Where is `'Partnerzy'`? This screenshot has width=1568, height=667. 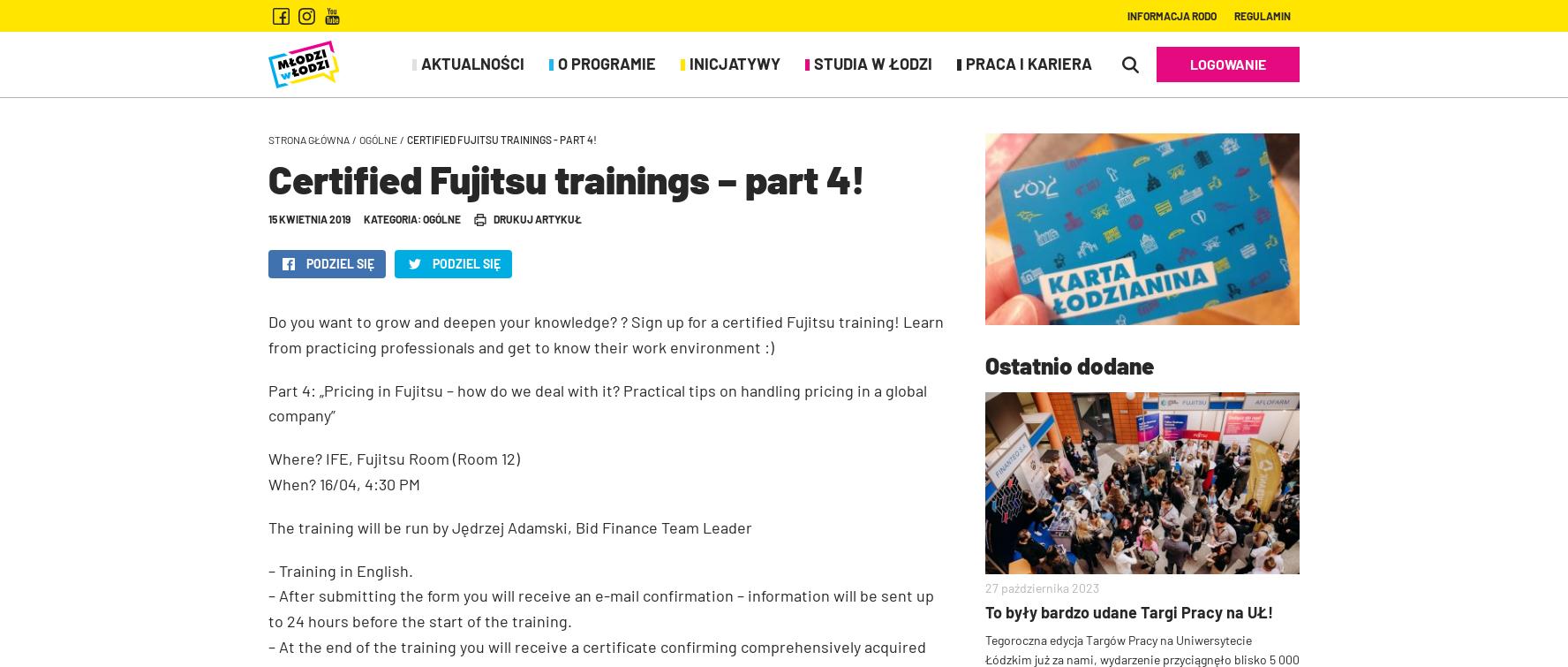 'Partnerzy' is located at coordinates (301, 191).